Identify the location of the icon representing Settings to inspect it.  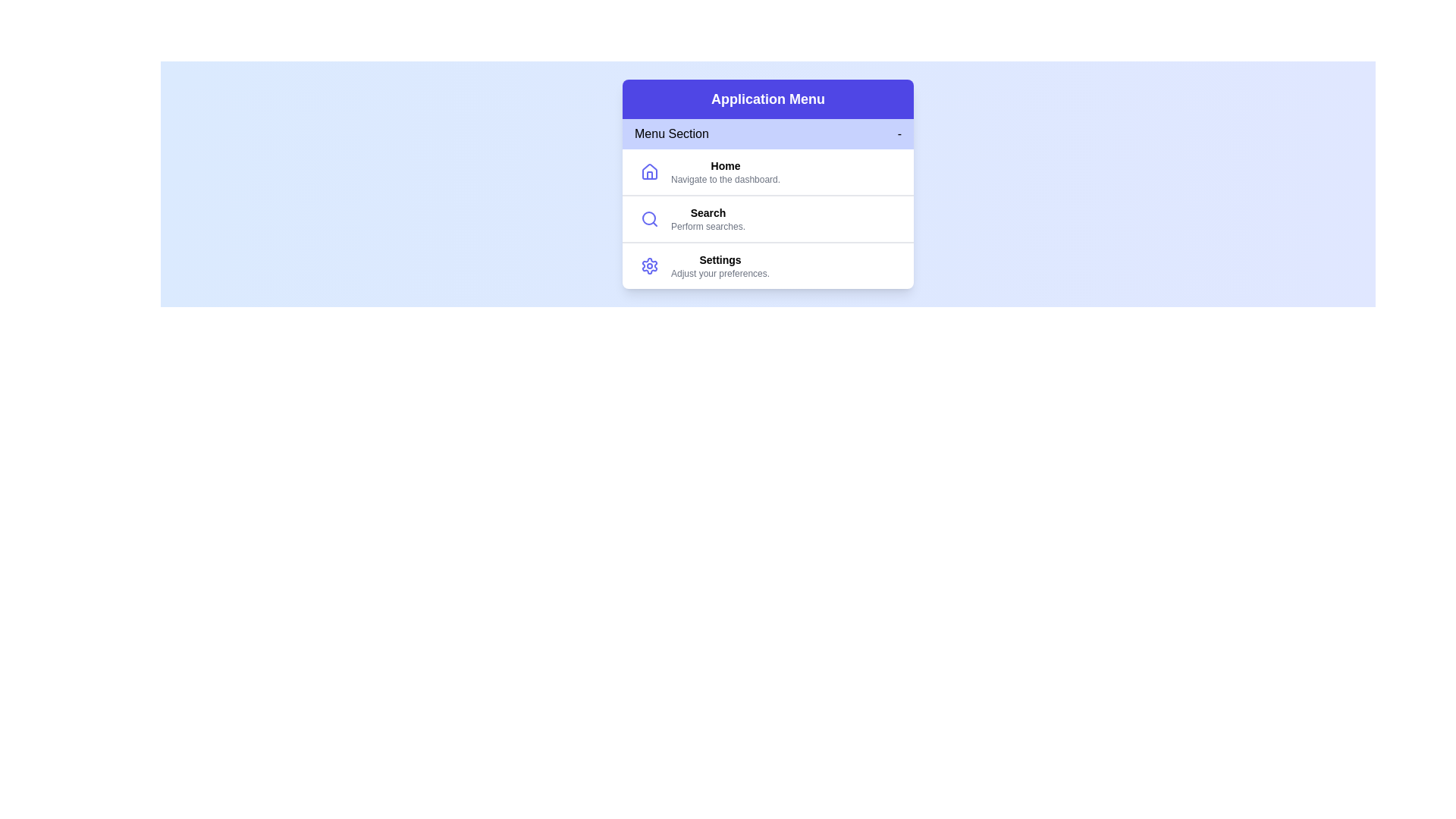
(650, 265).